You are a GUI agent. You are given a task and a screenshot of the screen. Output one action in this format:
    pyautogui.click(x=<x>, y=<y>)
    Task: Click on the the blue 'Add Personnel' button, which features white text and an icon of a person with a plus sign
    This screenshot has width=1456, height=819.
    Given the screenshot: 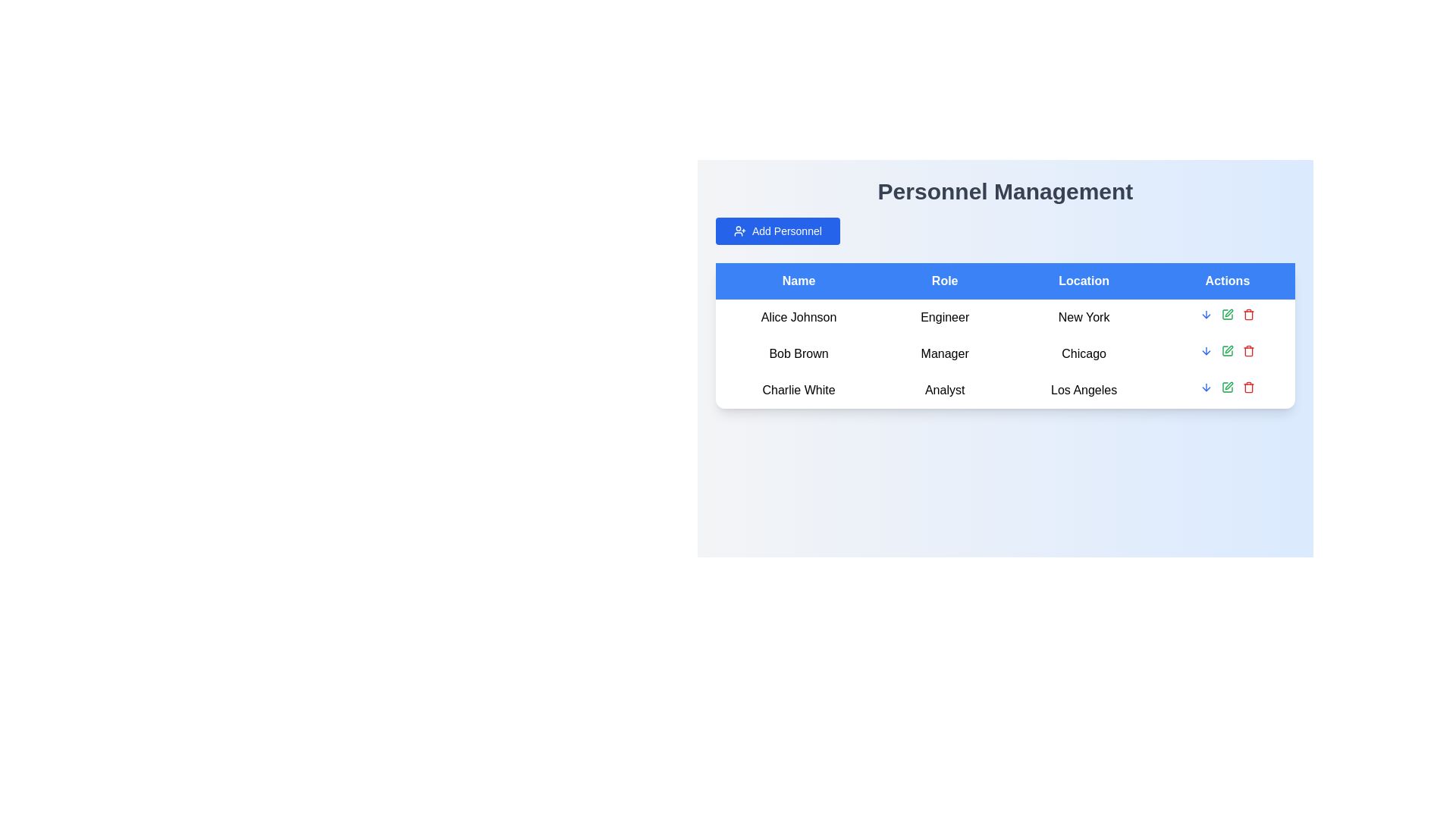 What is the action you would take?
    pyautogui.click(x=777, y=231)
    